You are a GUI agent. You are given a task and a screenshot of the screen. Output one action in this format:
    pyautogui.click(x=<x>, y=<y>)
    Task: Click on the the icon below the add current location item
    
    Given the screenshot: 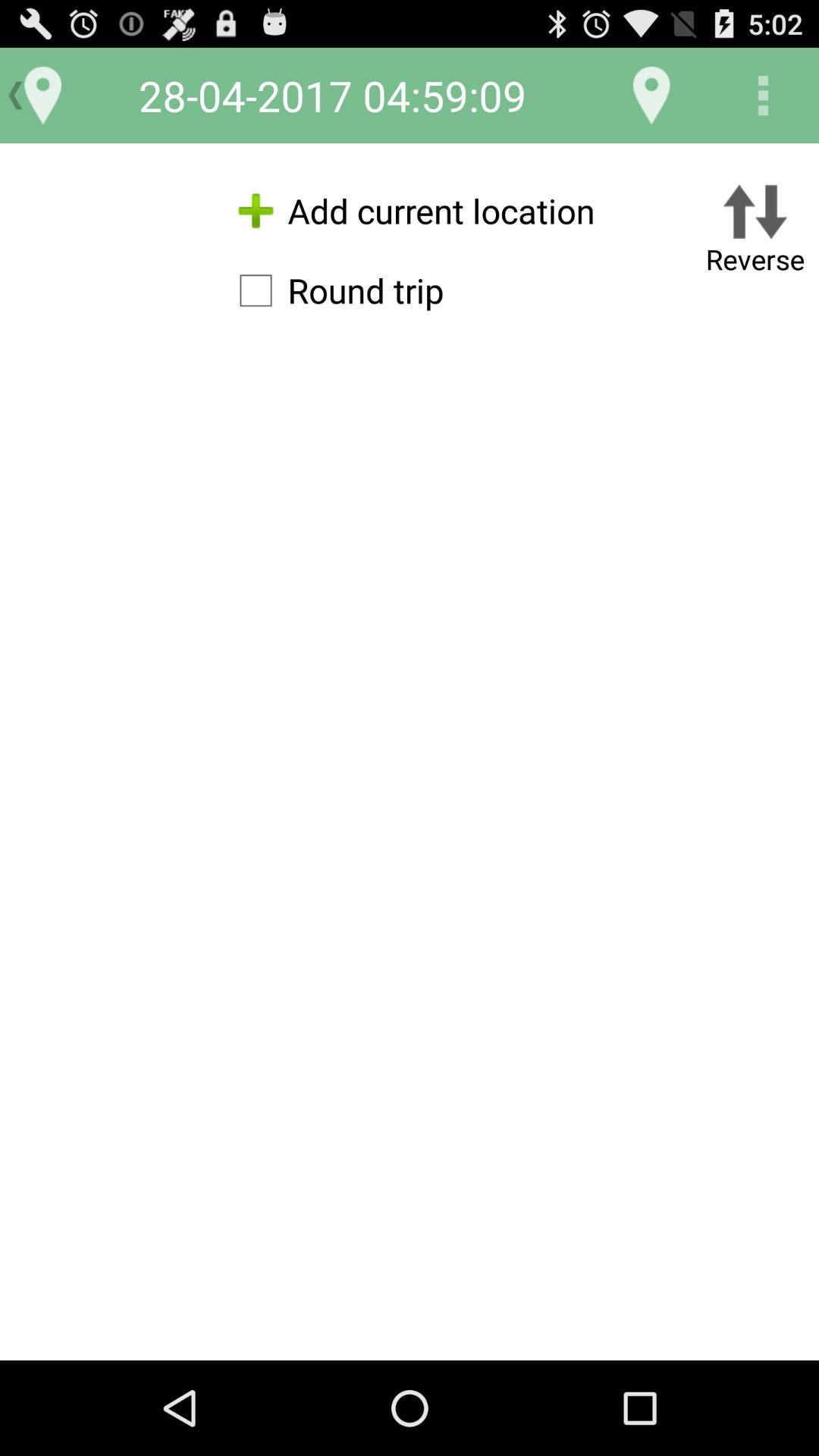 What is the action you would take?
    pyautogui.click(x=333, y=290)
    